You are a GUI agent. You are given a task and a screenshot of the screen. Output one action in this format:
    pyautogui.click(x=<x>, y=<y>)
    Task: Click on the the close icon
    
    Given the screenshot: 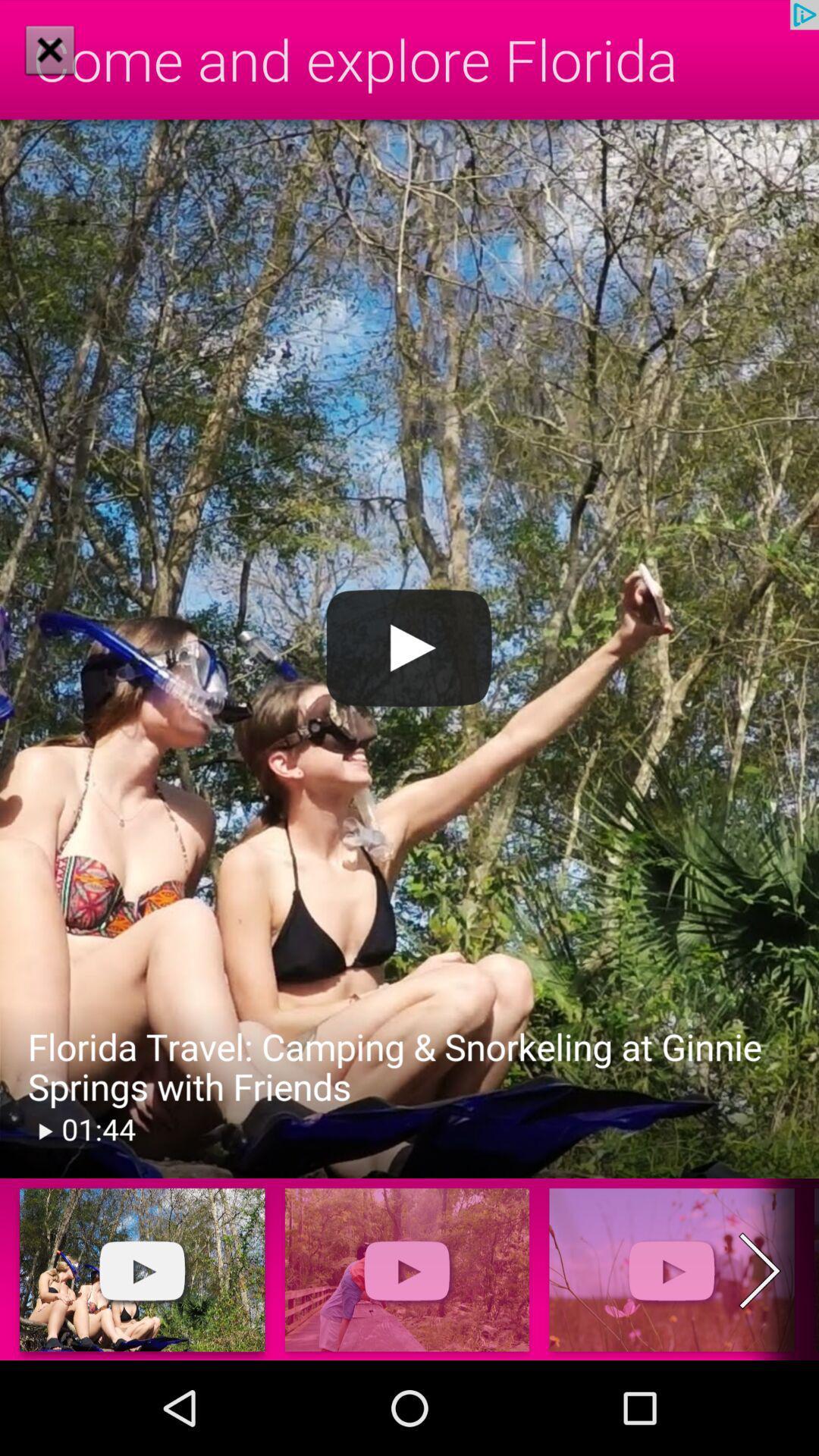 What is the action you would take?
    pyautogui.click(x=49, y=53)
    